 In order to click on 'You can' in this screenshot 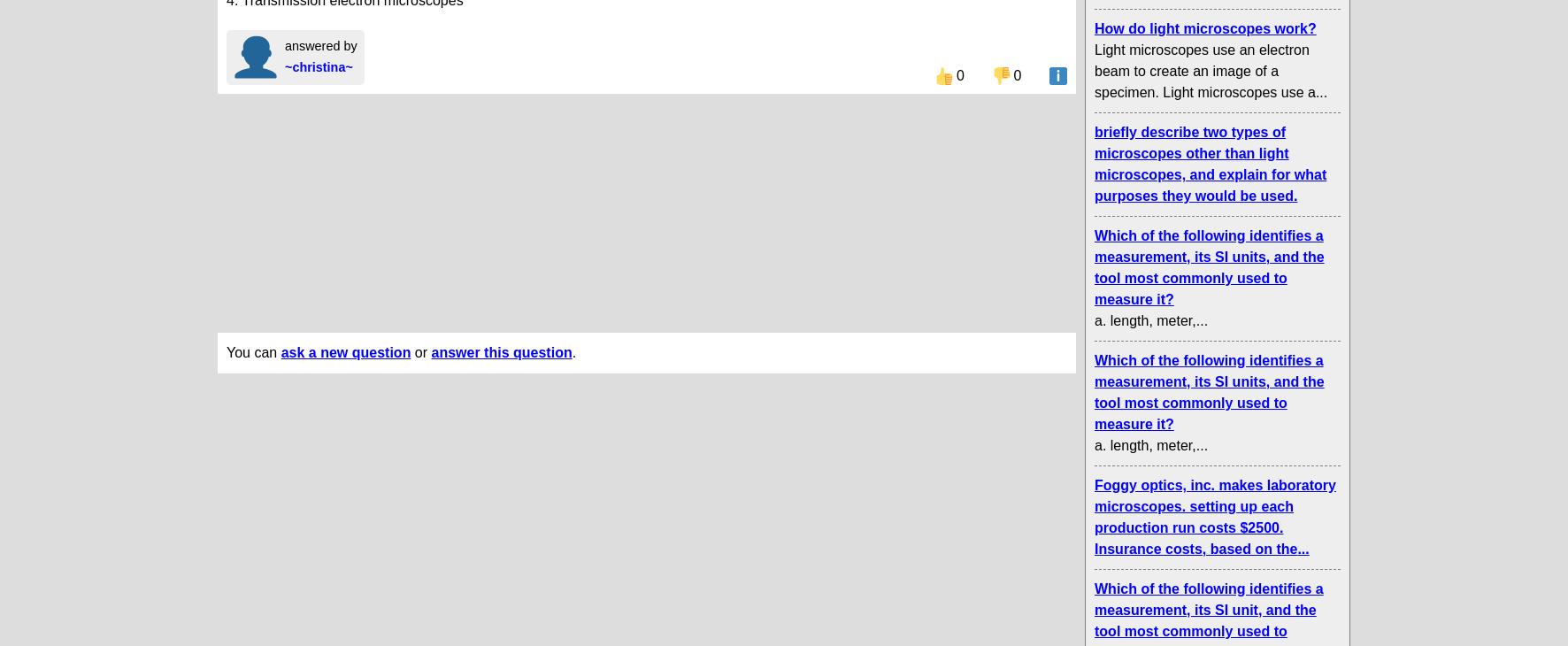, I will do `click(252, 350)`.